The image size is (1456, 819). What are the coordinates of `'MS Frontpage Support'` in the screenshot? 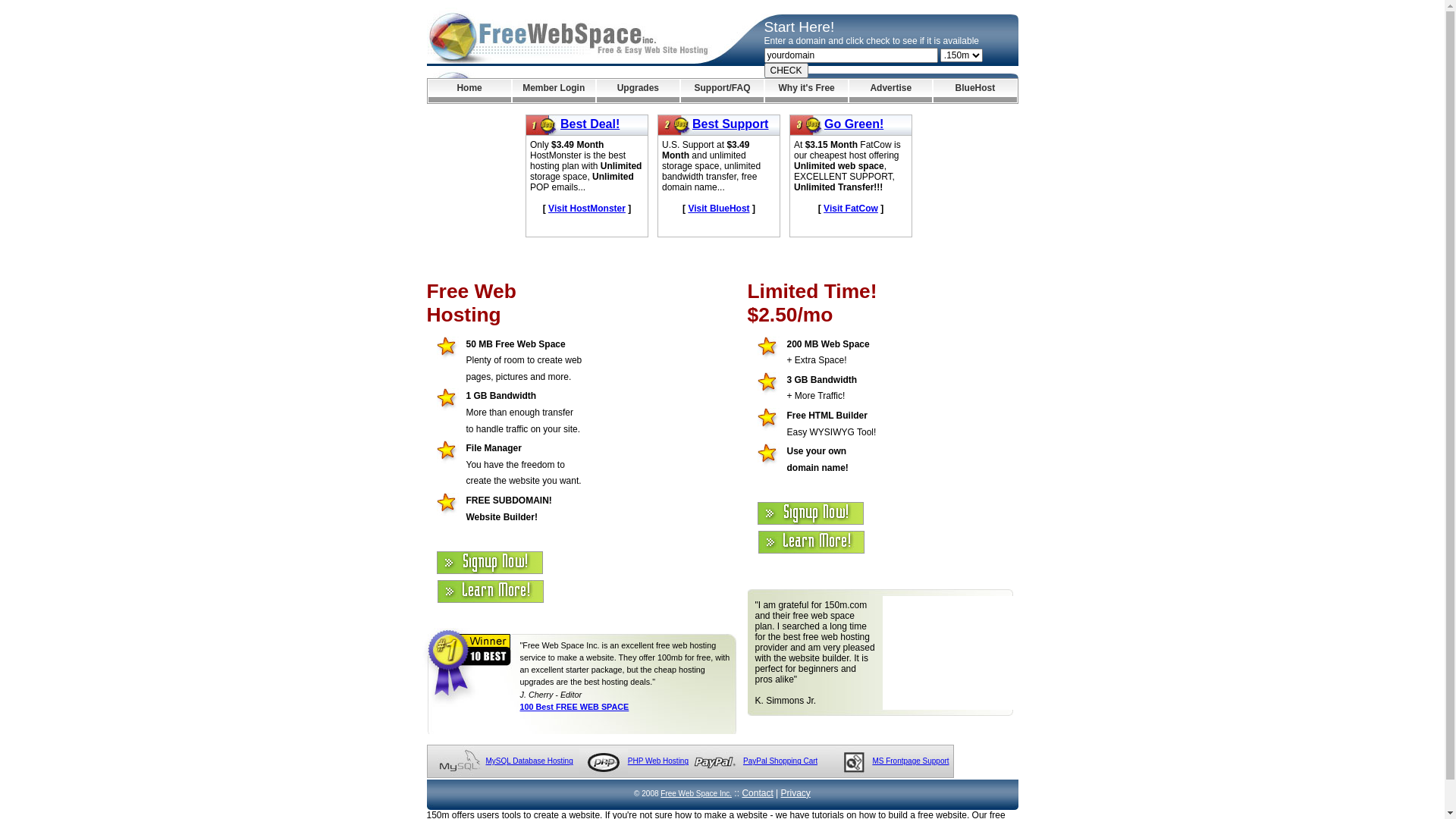 It's located at (910, 761).